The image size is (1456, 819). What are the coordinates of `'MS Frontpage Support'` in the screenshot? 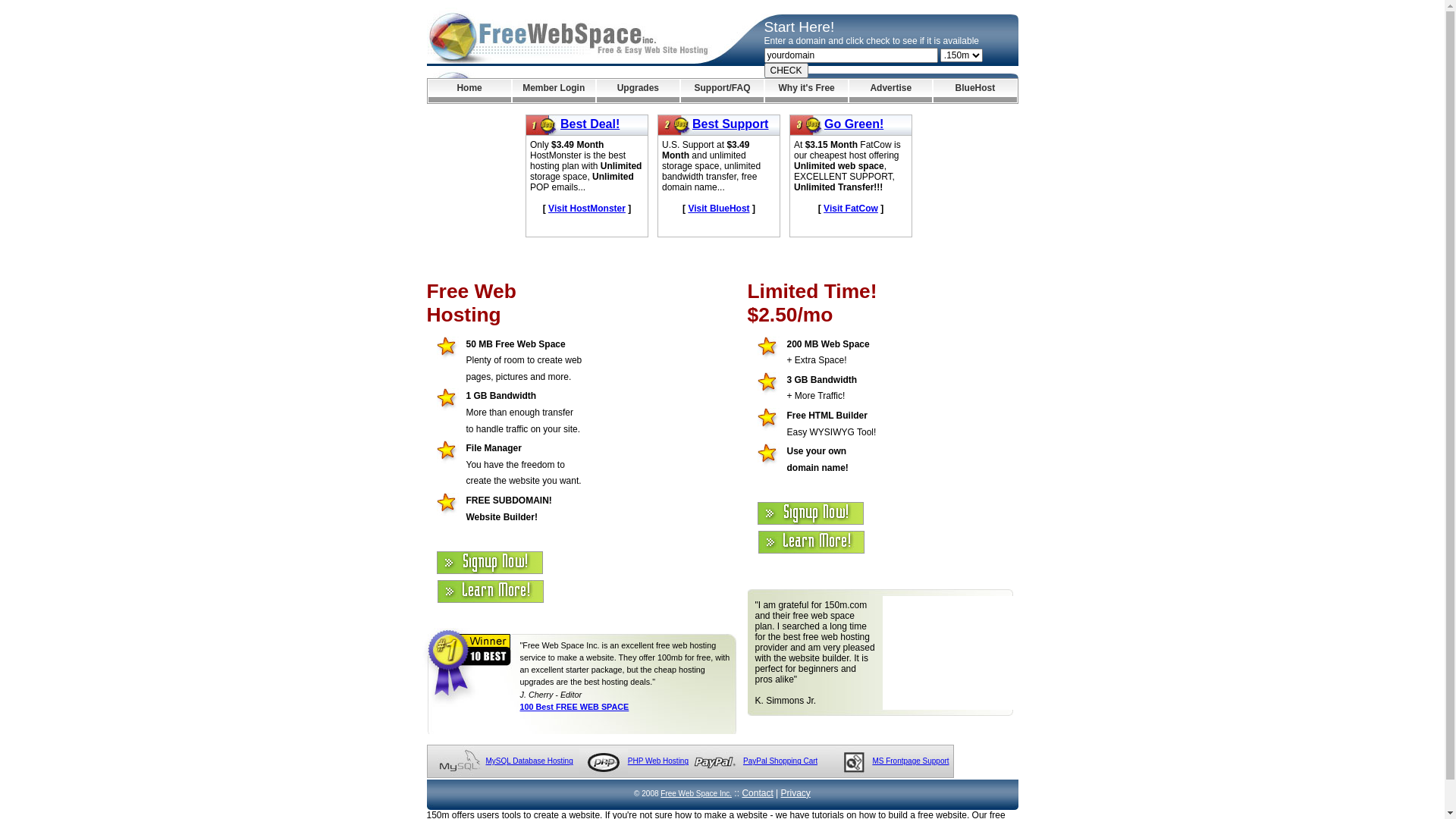 It's located at (910, 761).